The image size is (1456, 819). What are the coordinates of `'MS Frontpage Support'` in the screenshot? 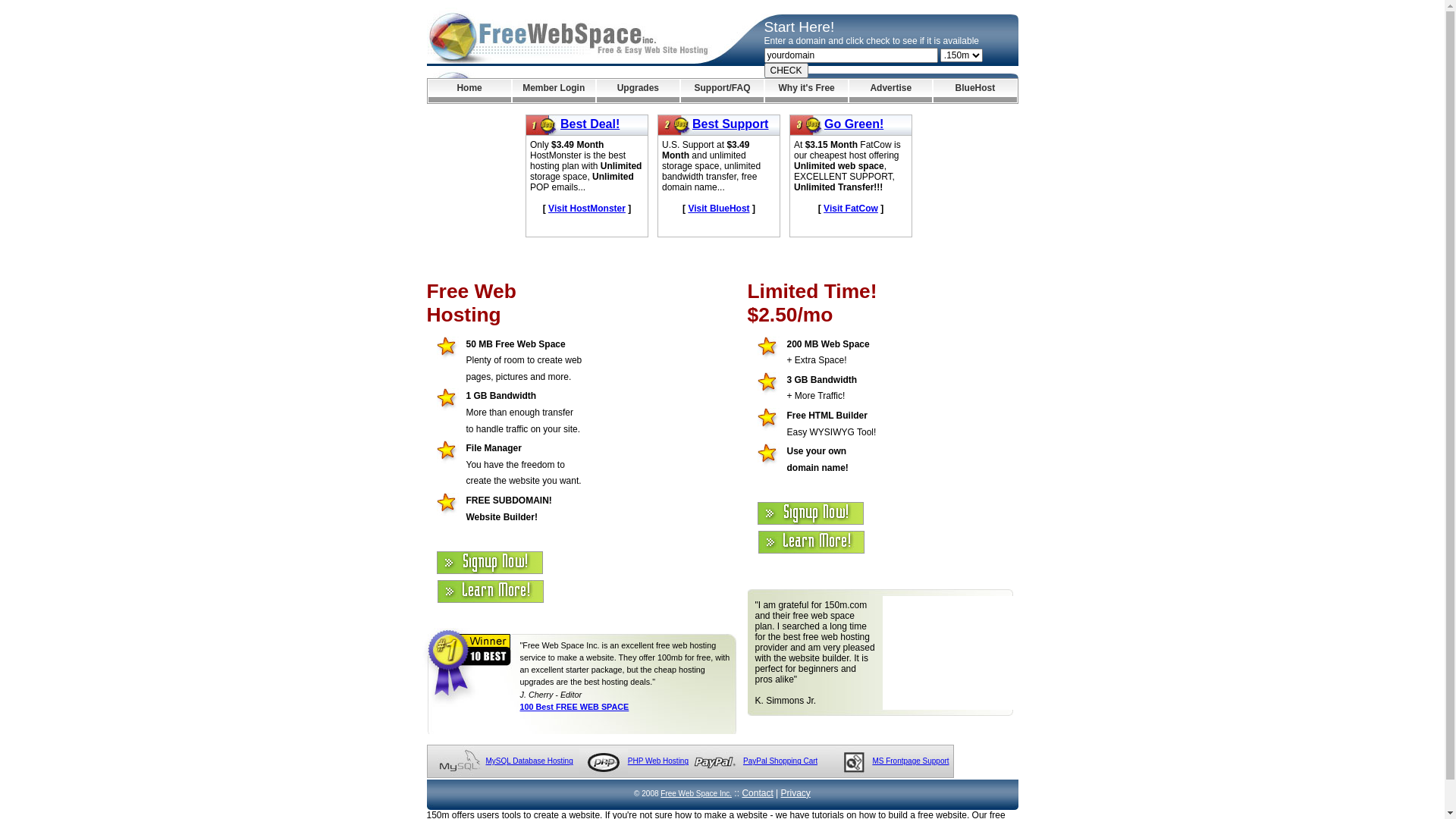 It's located at (910, 761).